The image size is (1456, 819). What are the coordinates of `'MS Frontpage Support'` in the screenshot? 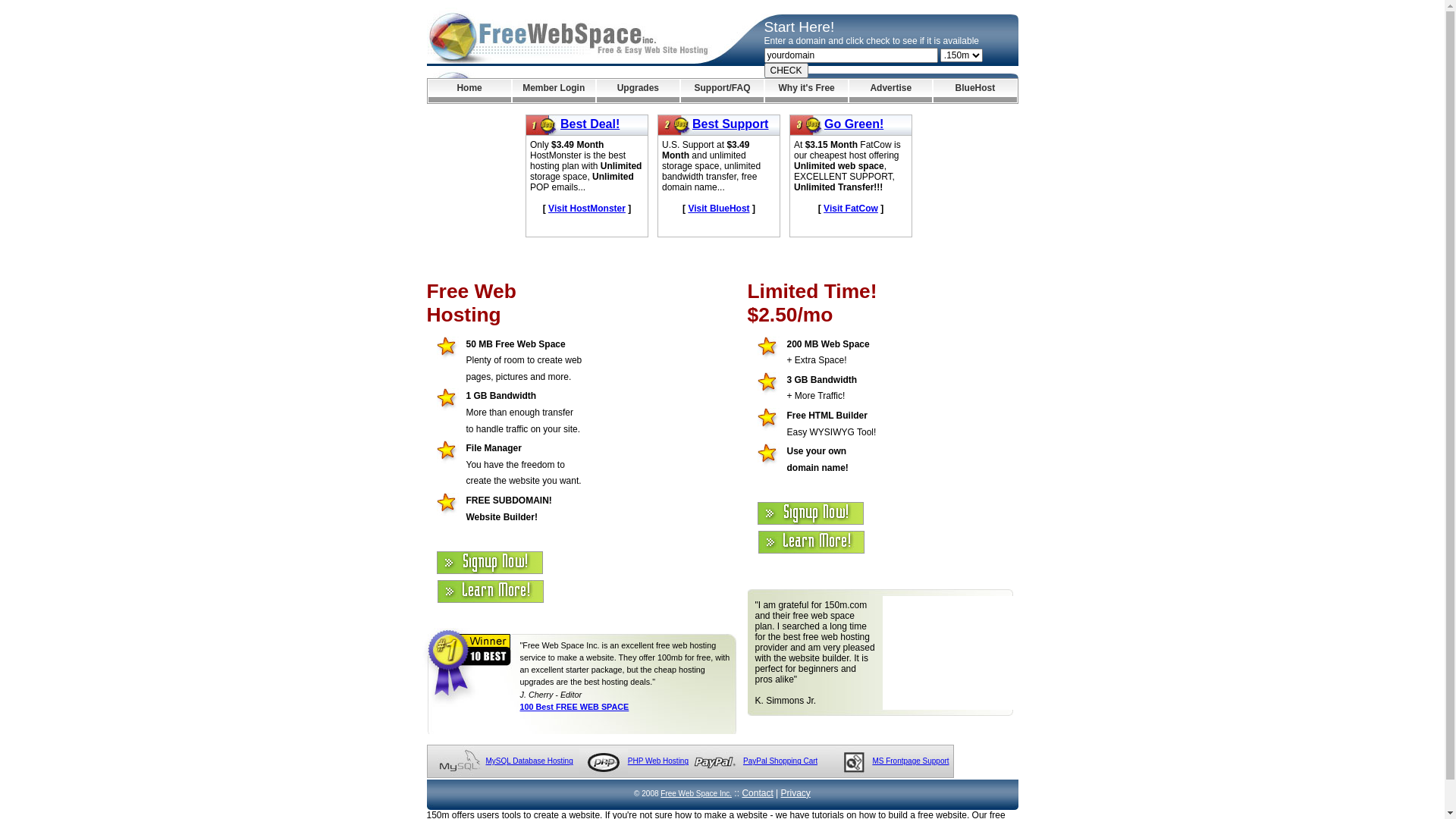 It's located at (910, 761).